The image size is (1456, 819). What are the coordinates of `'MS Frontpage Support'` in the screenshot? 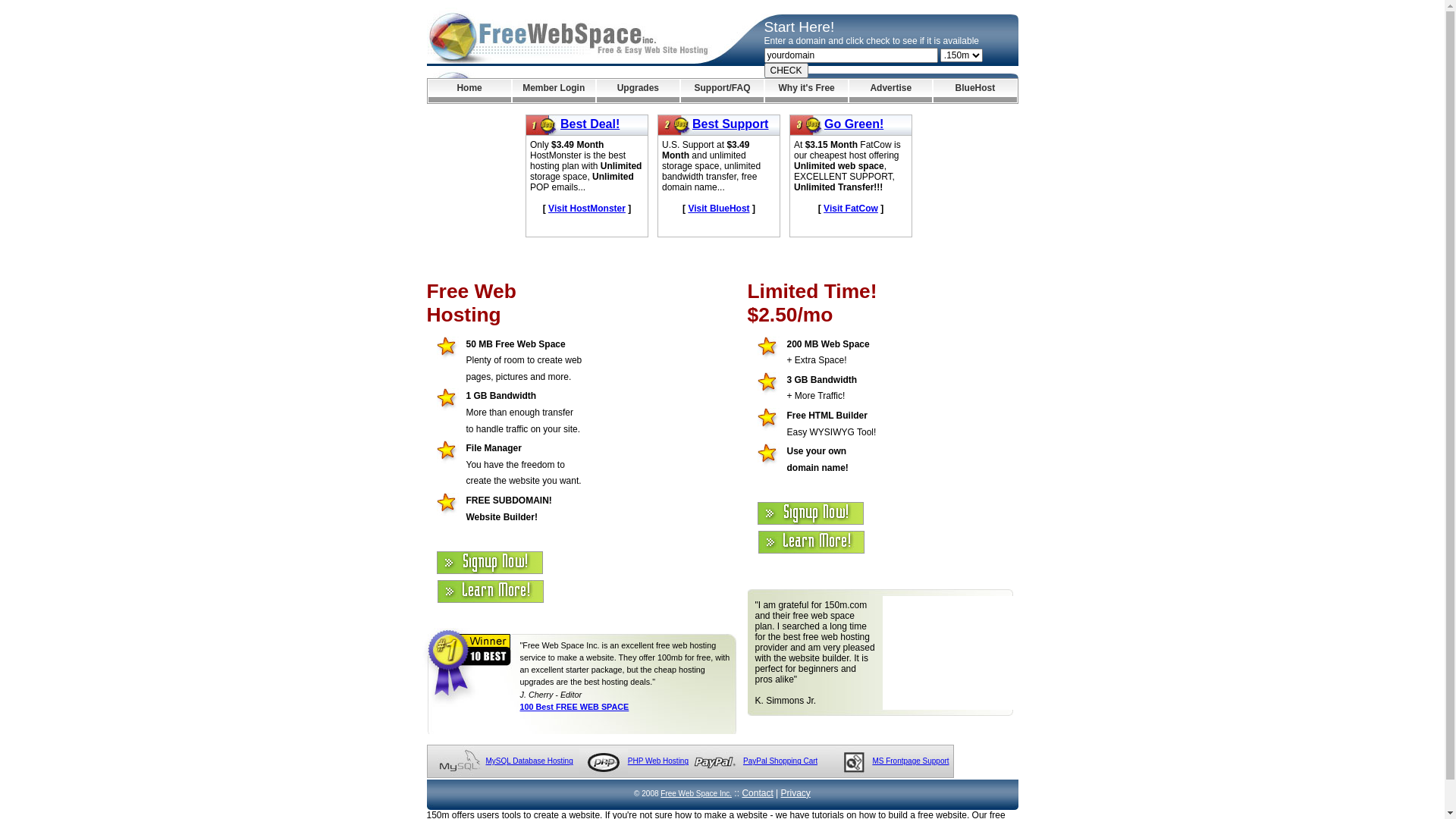 It's located at (910, 761).